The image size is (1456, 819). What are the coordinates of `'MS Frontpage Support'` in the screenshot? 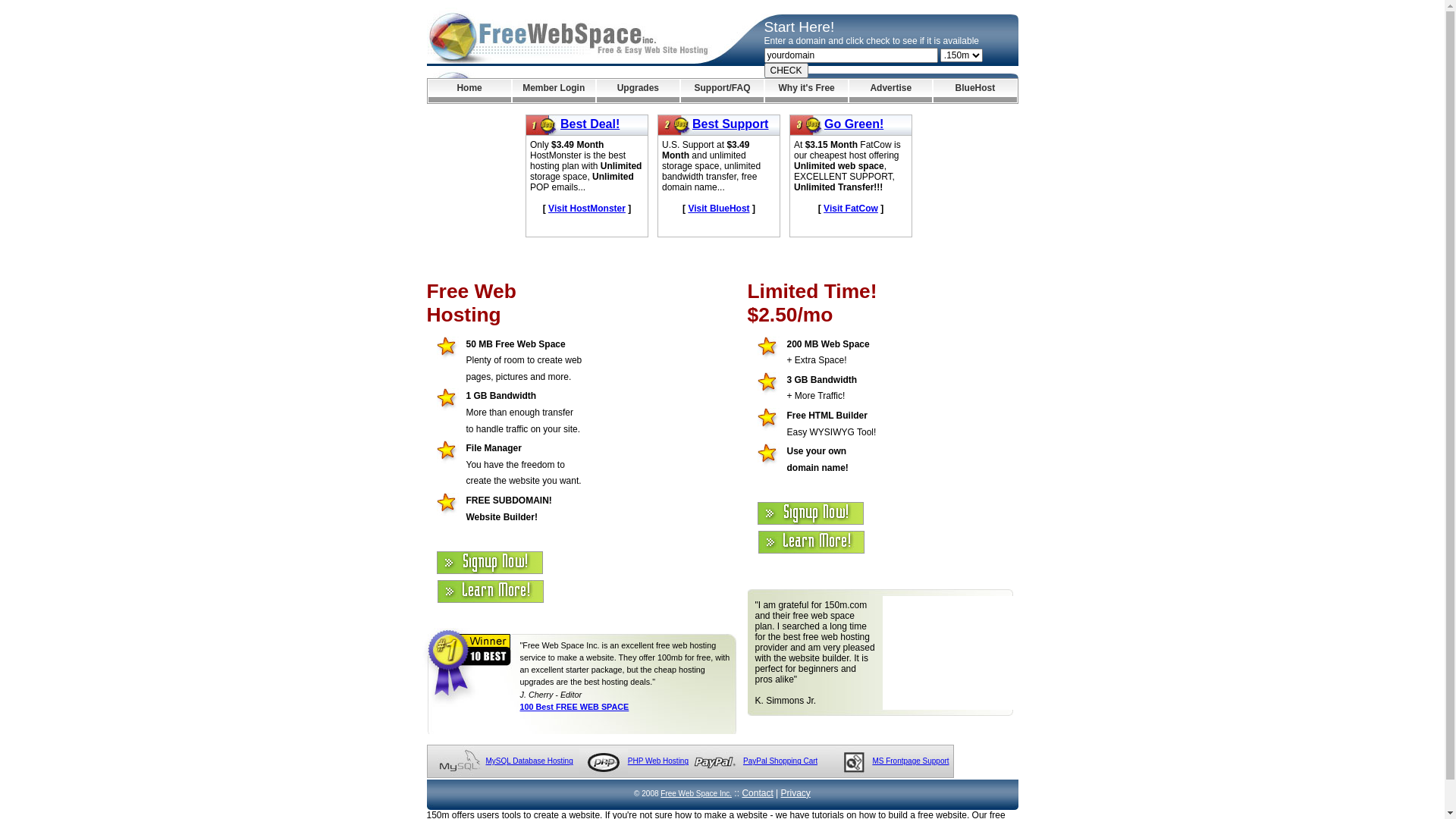 It's located at (910, 761).